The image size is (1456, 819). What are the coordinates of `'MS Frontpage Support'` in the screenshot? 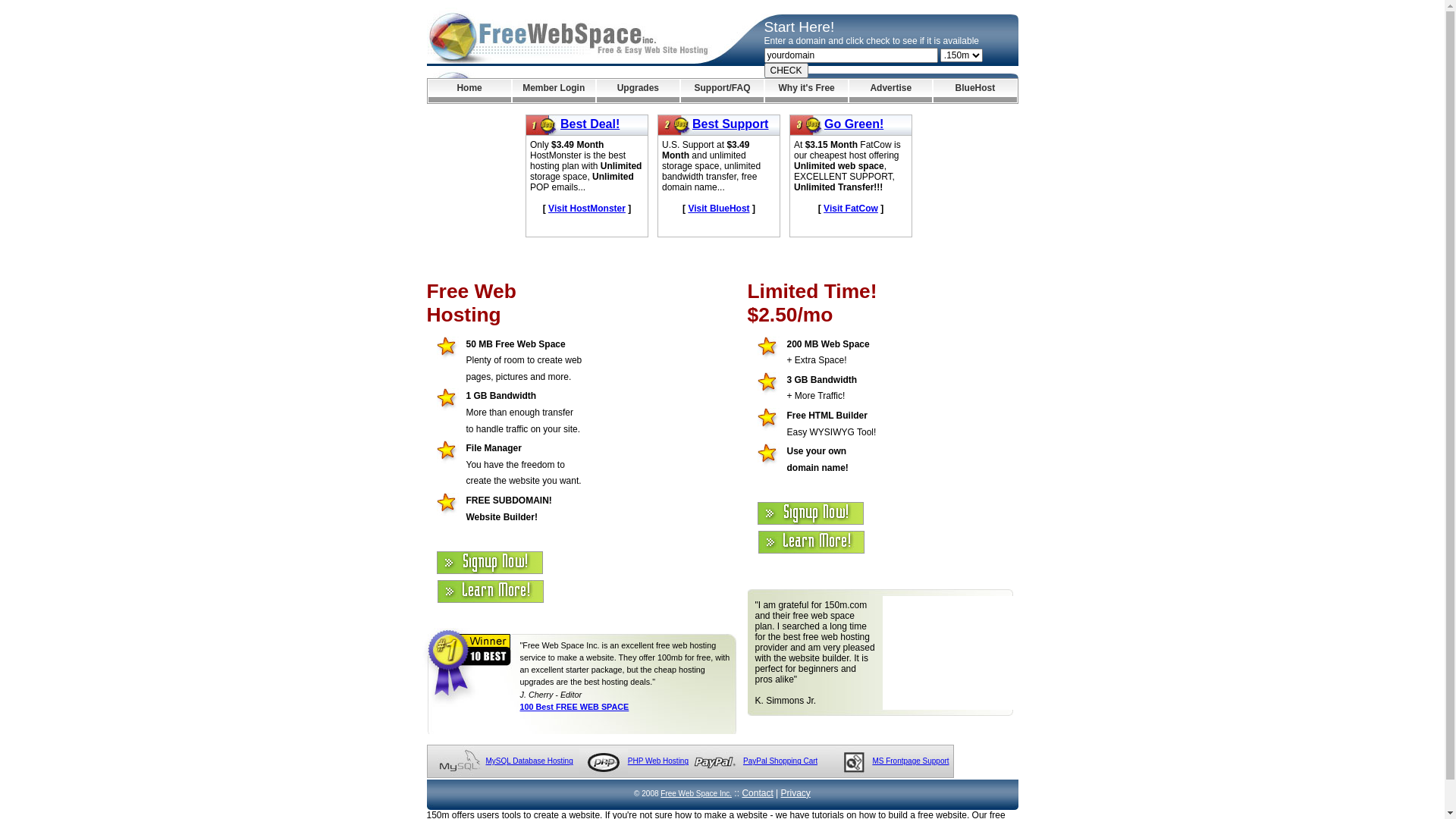 It's located at (910, 761).